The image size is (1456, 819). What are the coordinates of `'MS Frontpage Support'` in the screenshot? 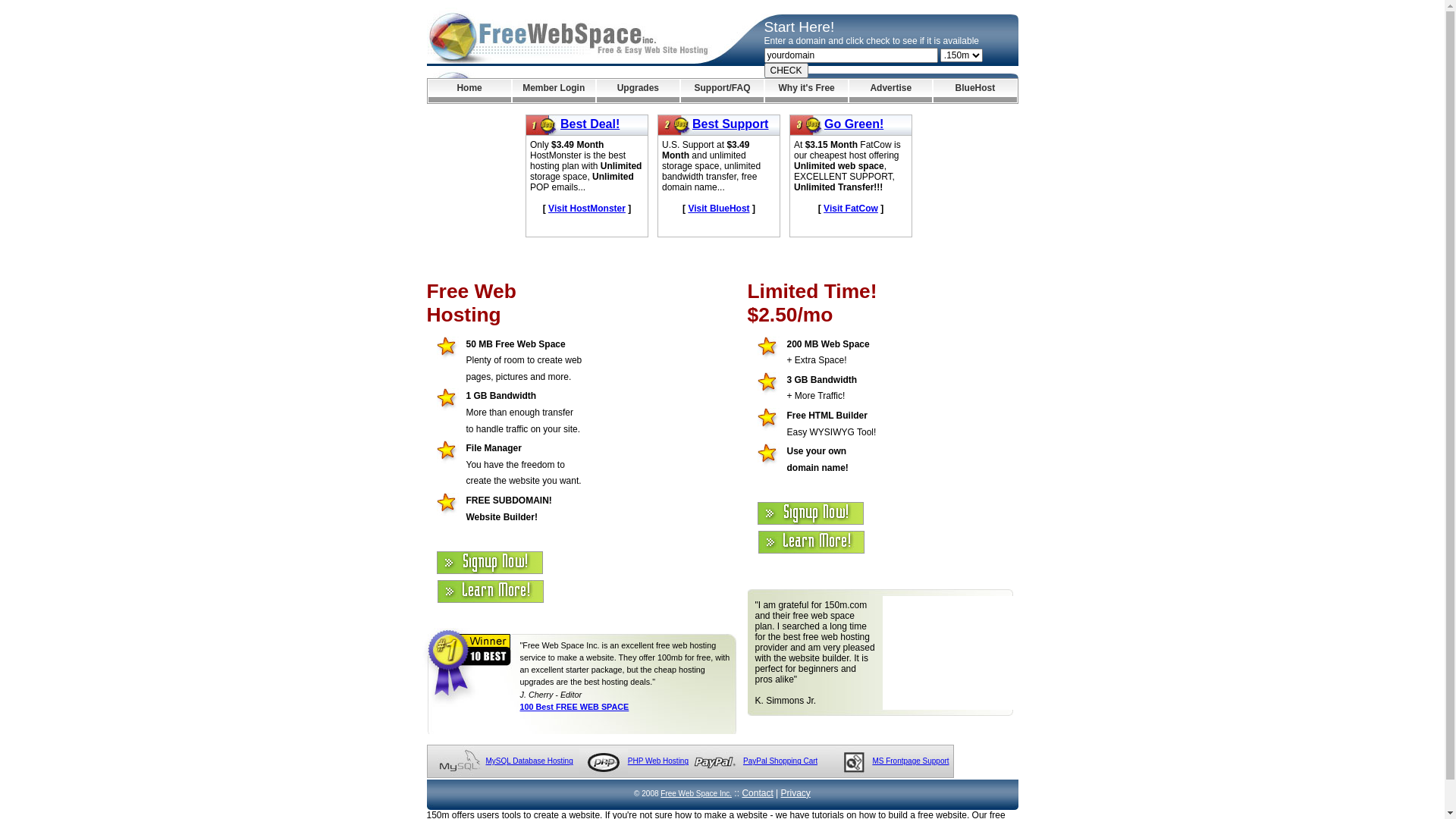 It's located at (910, 761).